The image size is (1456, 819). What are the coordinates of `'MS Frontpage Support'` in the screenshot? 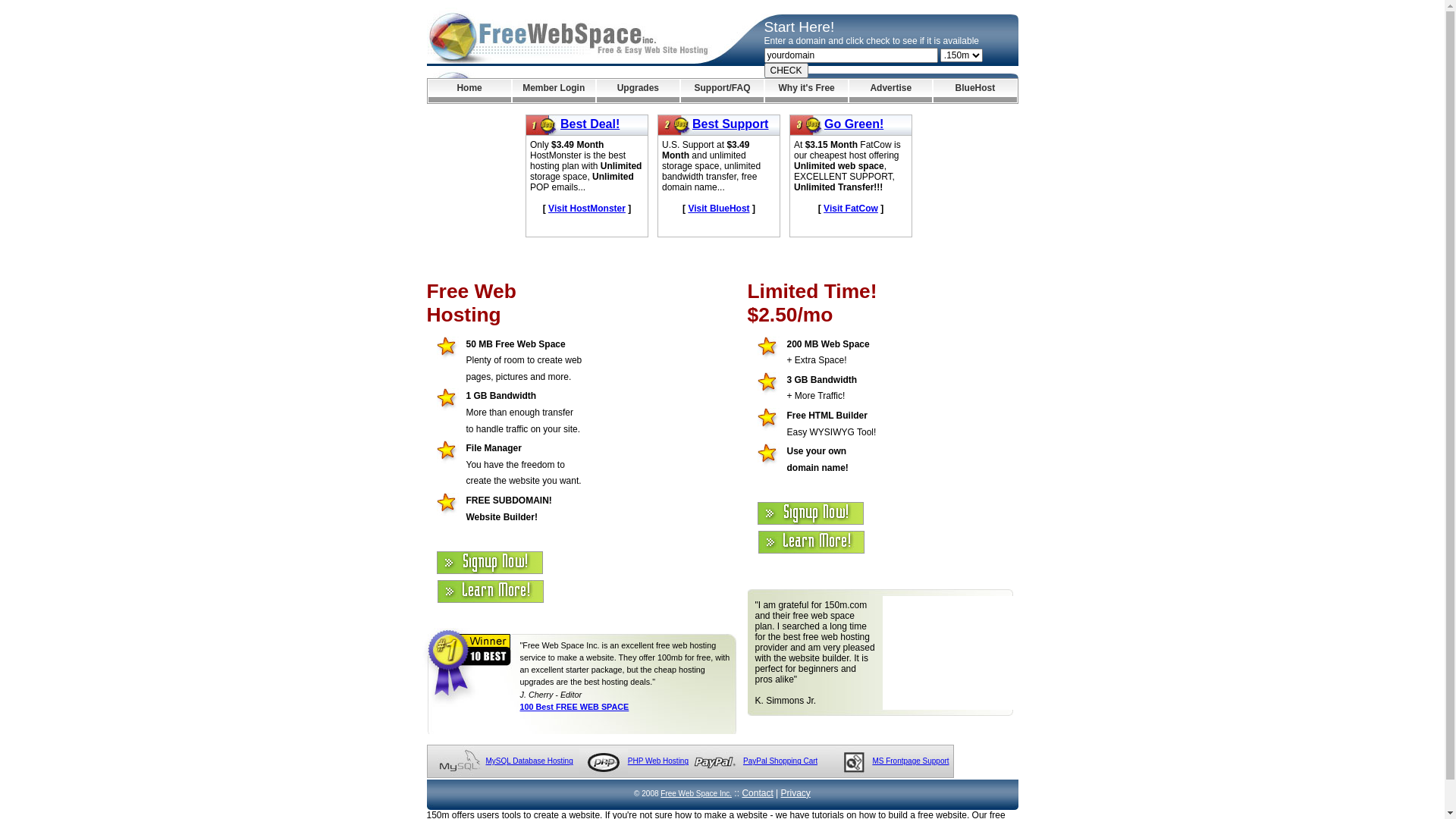 It's located at (910, 761).